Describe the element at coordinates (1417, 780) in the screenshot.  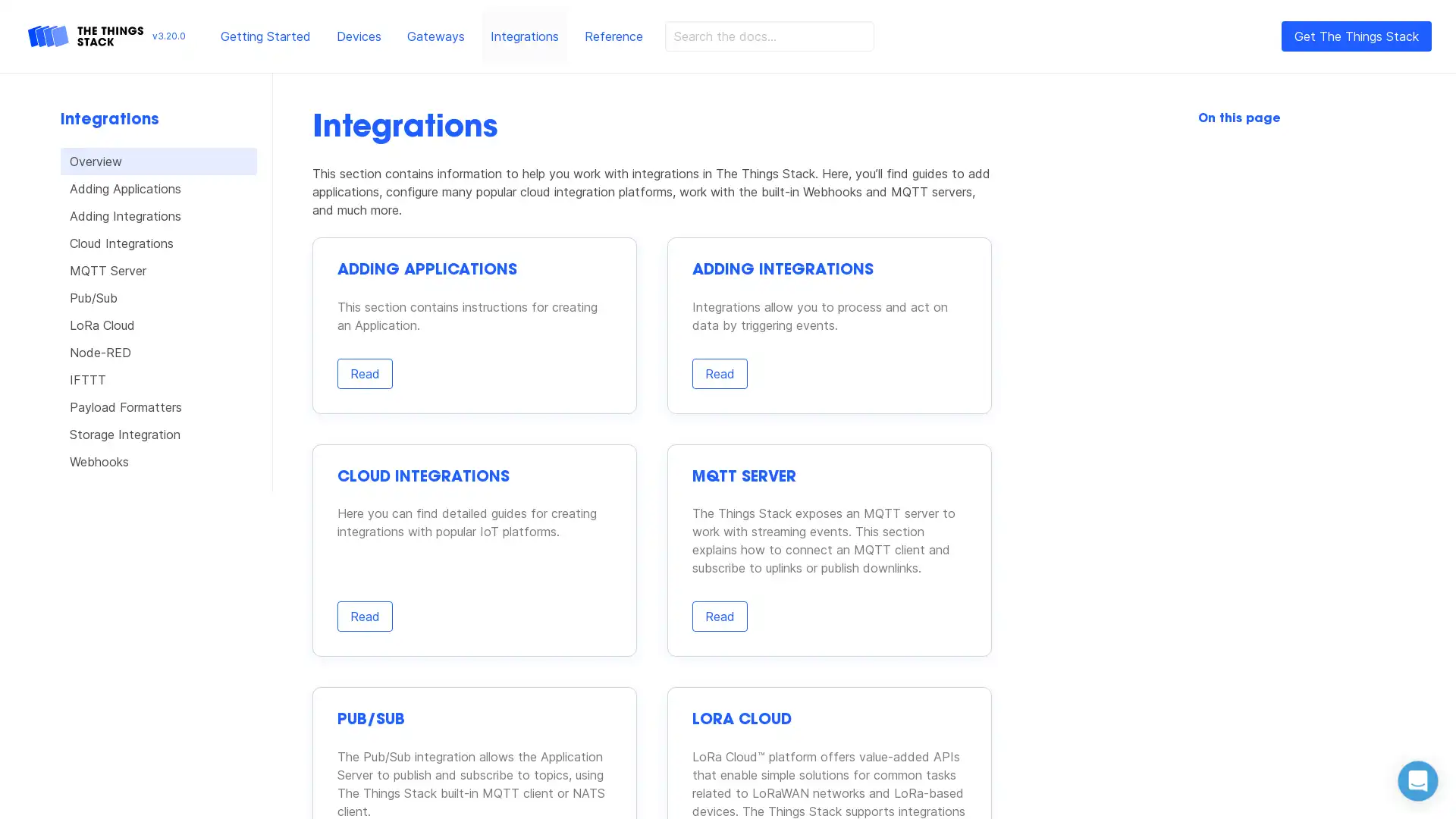
I see `Open Intercom Messenger` at that location.